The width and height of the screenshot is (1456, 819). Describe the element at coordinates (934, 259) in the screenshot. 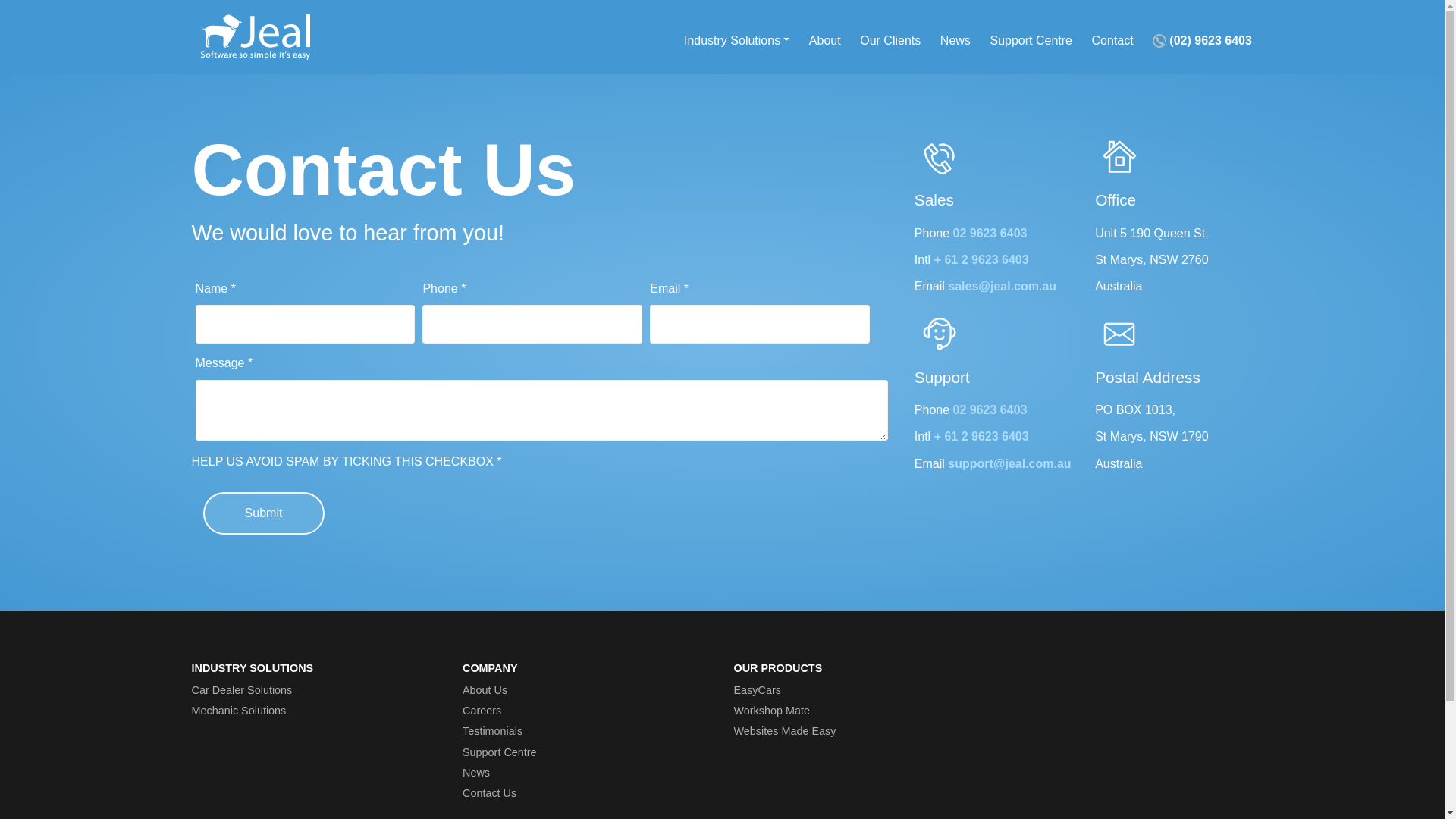

I see `'+ 61 2 9623 6403'` at that location.